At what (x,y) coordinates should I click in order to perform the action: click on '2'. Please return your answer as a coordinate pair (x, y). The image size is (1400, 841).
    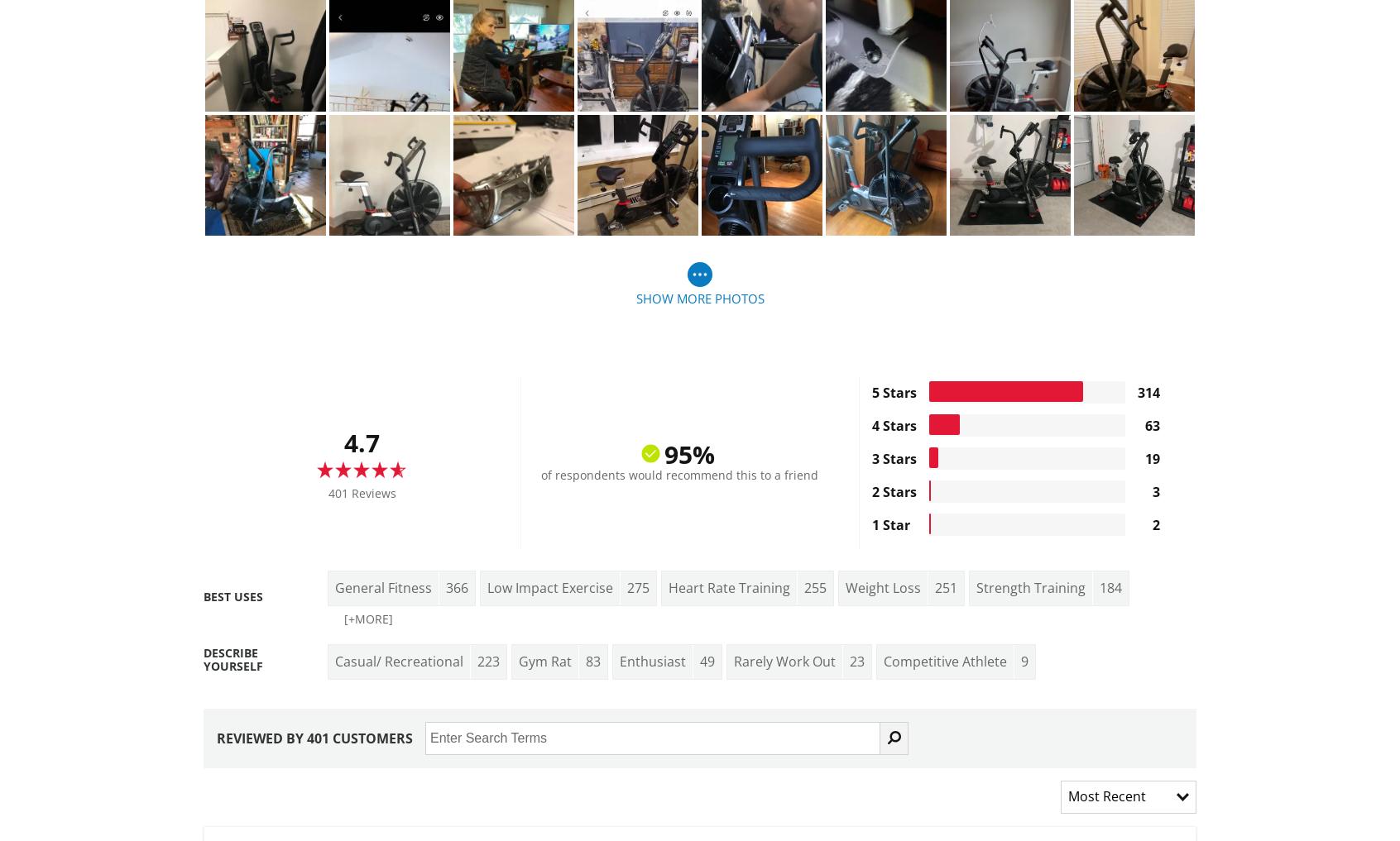
    Looking at the image, I should click on (1155, 523).